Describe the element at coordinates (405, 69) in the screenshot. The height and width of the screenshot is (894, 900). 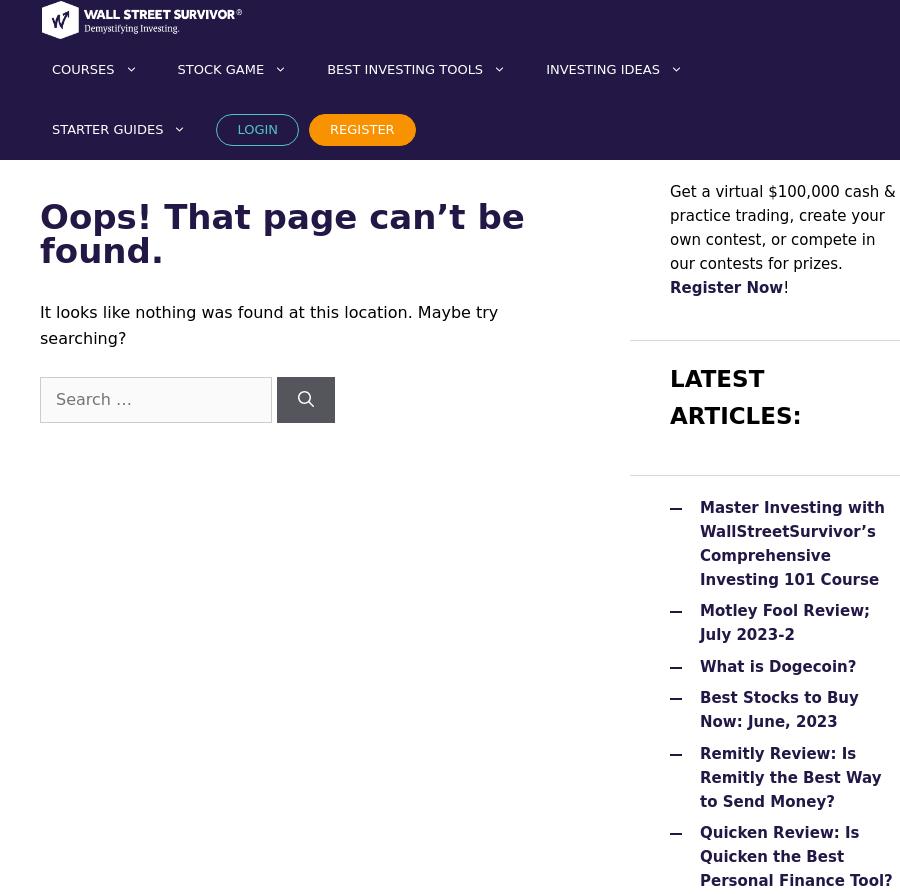
I see `'Best Investing Tools'` at that location.